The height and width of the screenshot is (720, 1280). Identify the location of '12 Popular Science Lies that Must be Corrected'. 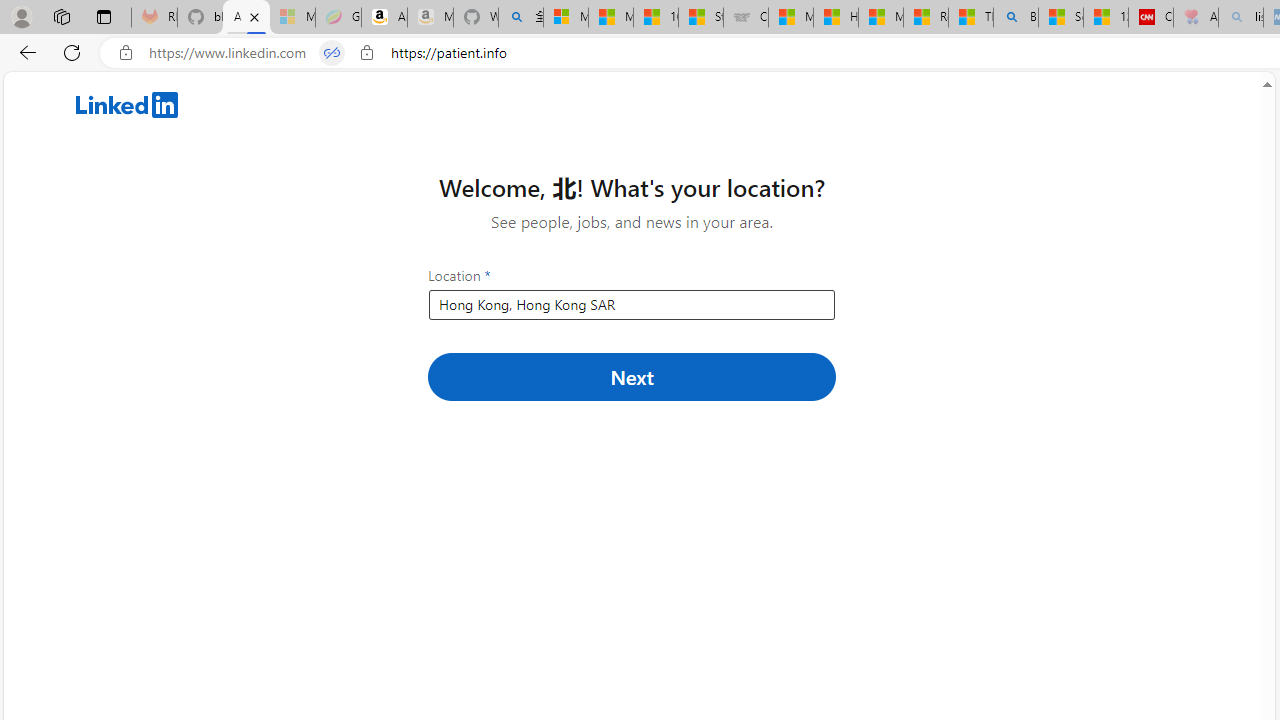
(1104, 17).